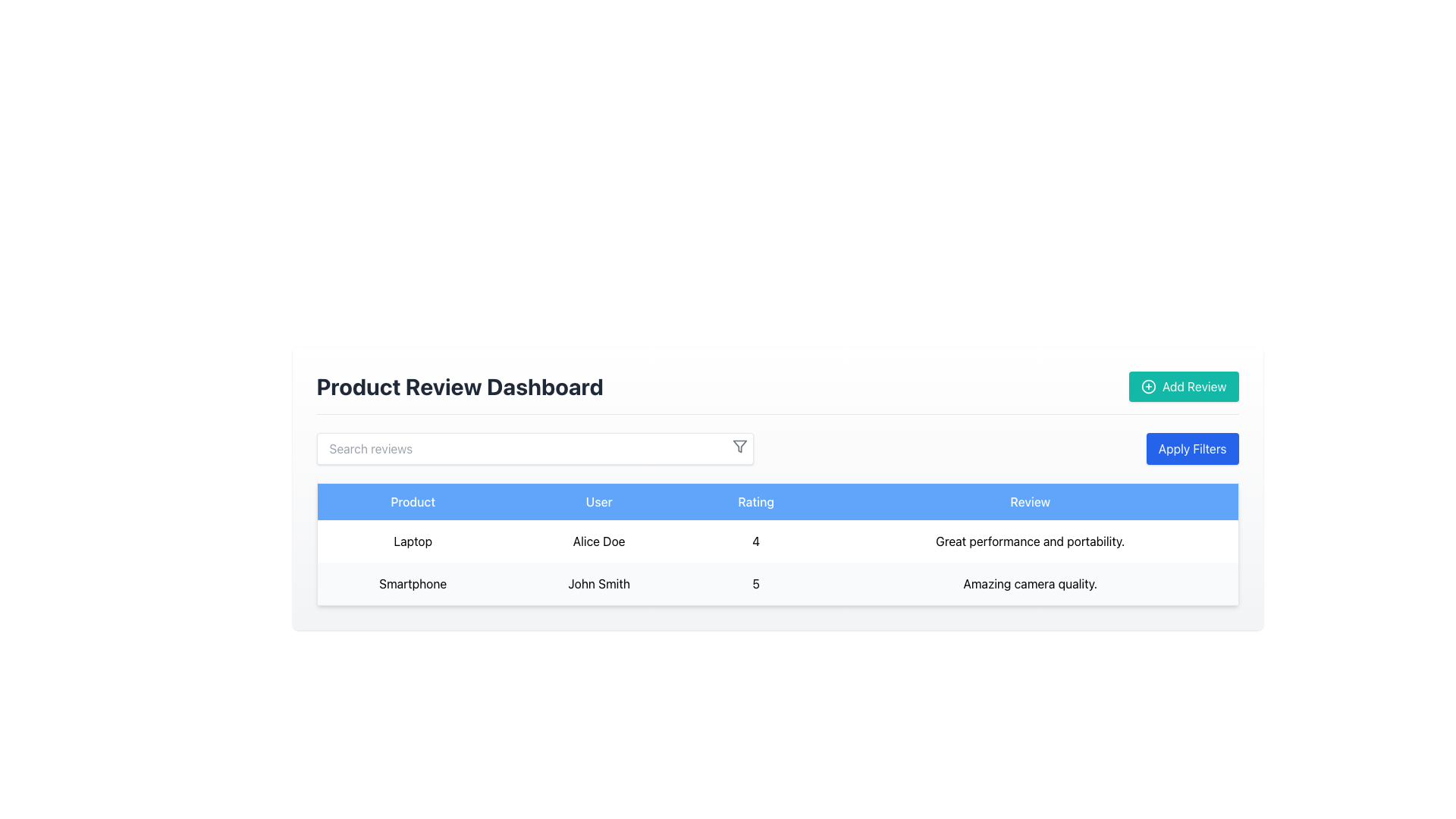  What do you see at coordinates (413, 583) in the screenshot?
I see `the Static Text Label displaying 'Smartphone' in the 'Product' column of the table` at bounding box center [413, 583].